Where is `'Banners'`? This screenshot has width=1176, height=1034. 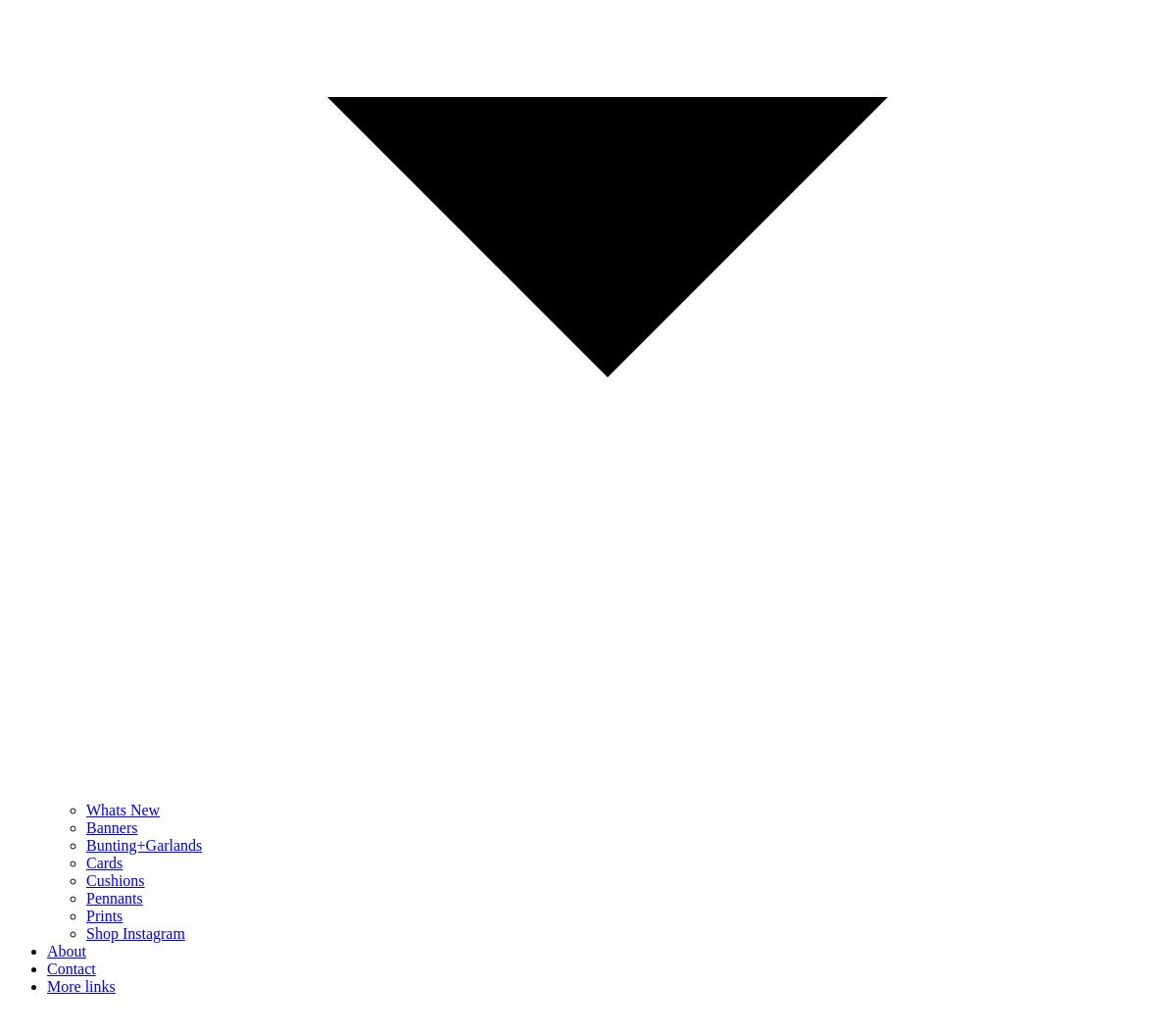 'Banners' is located at coordinates (112, 827).